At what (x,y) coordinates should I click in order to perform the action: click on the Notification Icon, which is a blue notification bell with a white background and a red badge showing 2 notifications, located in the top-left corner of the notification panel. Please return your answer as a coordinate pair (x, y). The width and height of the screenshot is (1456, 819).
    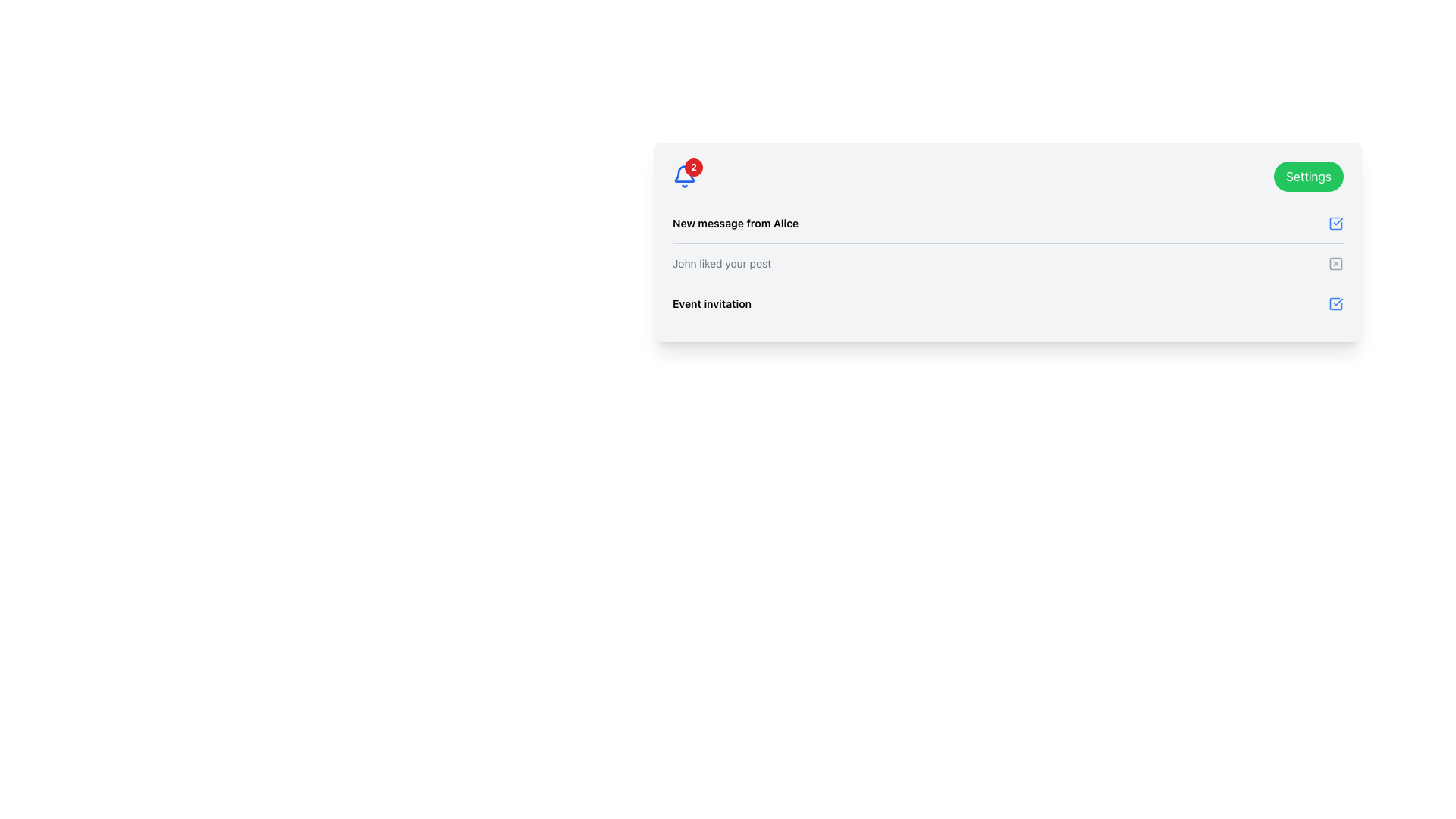
    Looking at the image, I should click on (683, 175).